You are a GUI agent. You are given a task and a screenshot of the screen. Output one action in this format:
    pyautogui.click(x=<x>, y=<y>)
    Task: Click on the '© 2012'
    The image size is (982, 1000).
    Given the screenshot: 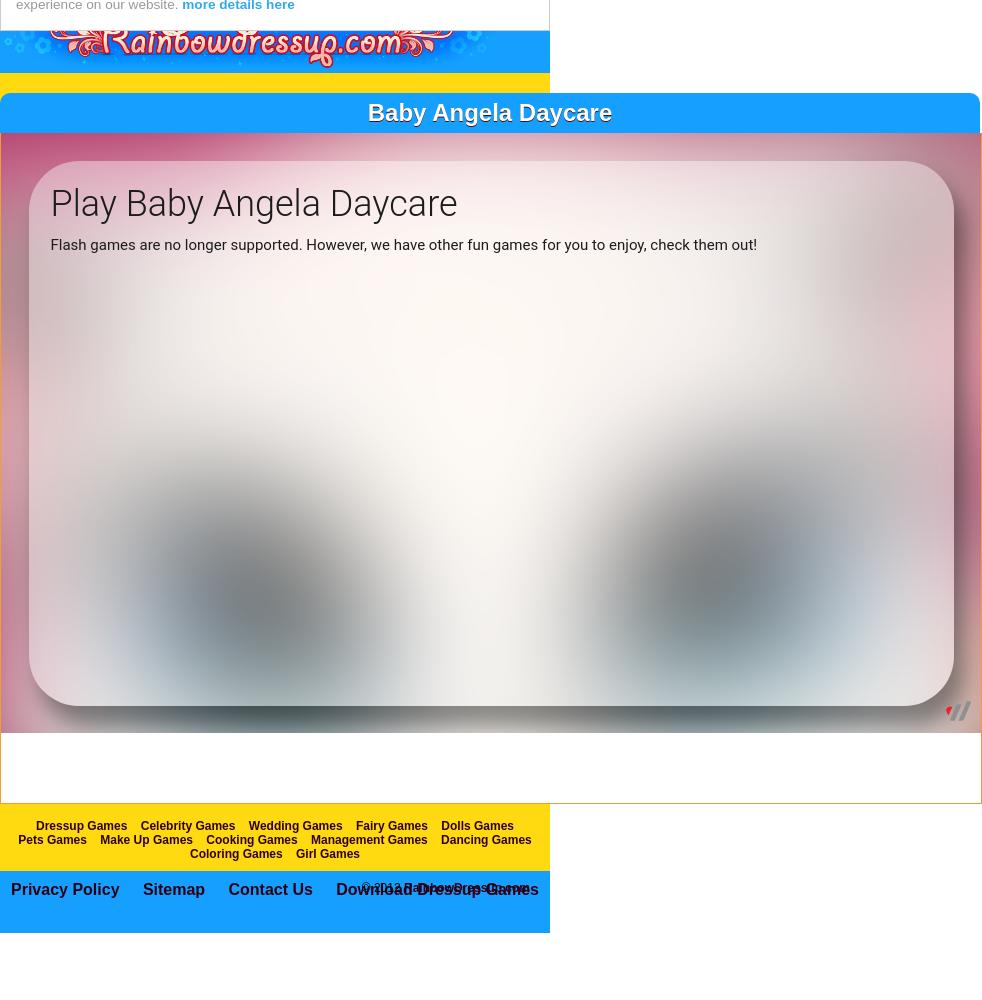 What is the action you would take?
    pyautogui.click(x=381, y=929)
    